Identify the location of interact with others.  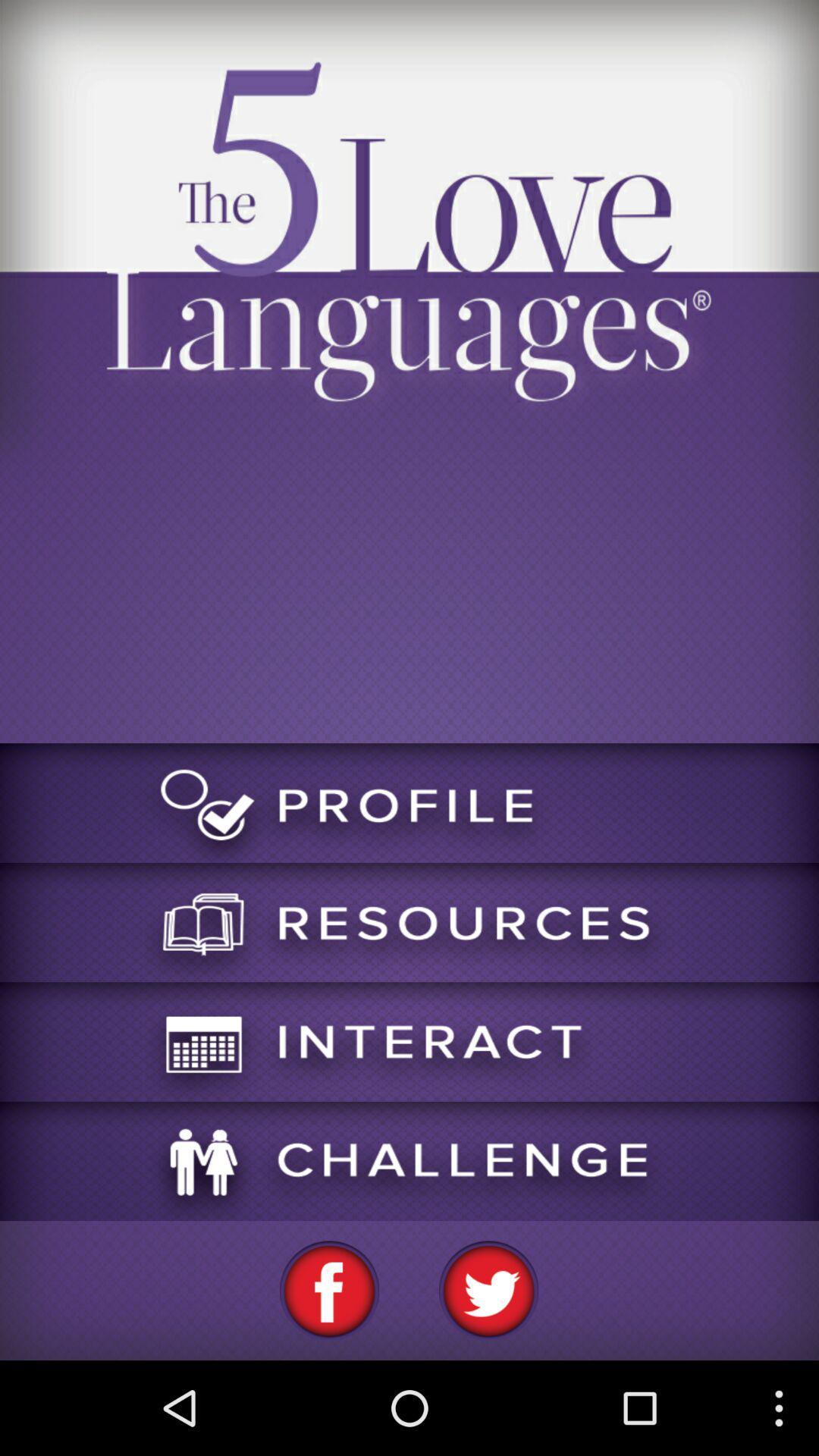
(409, 1040).